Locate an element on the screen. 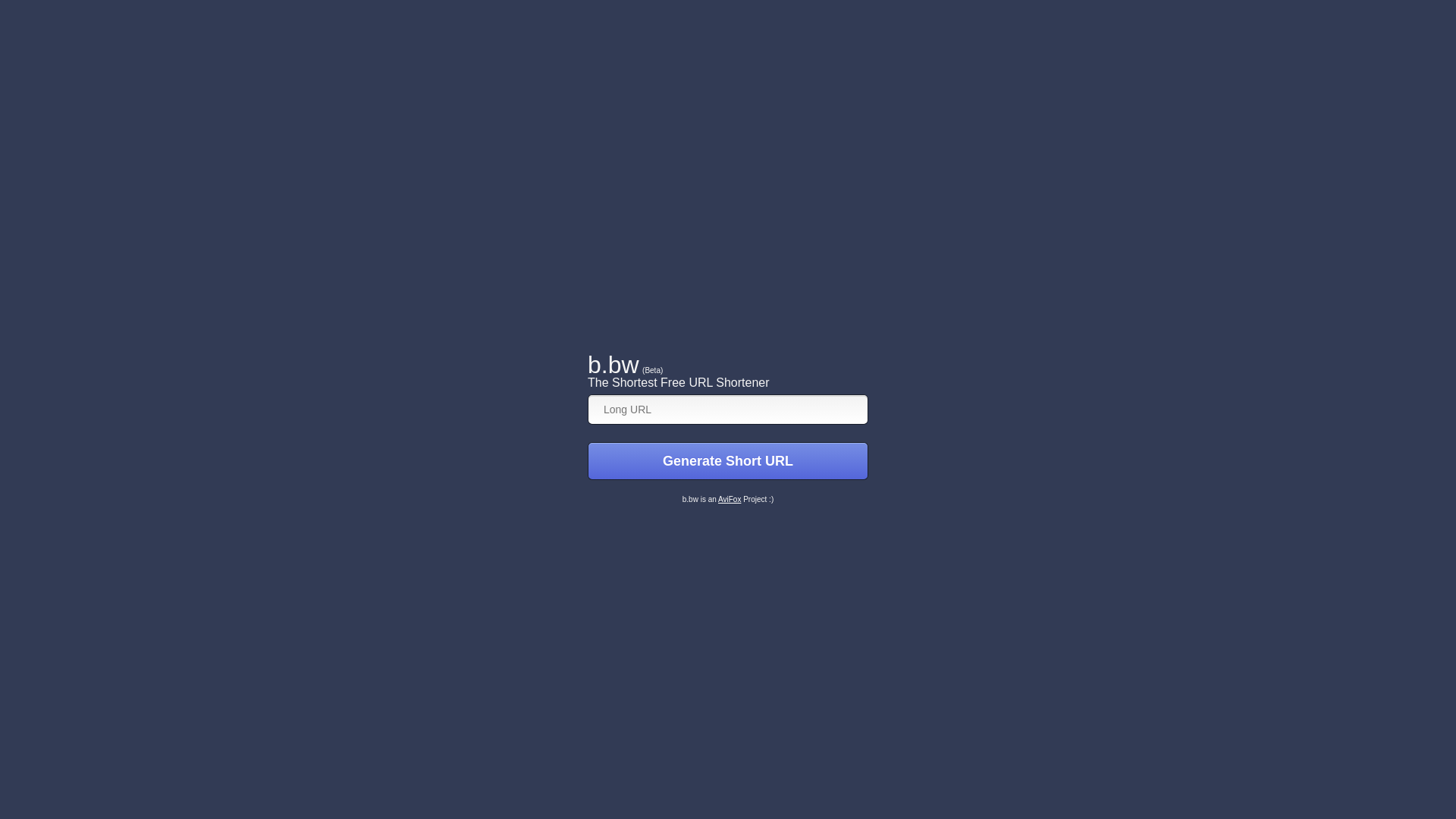 This screenshot has width=1456, height=819. 'AviFox' is located at coordinates (729, 499).